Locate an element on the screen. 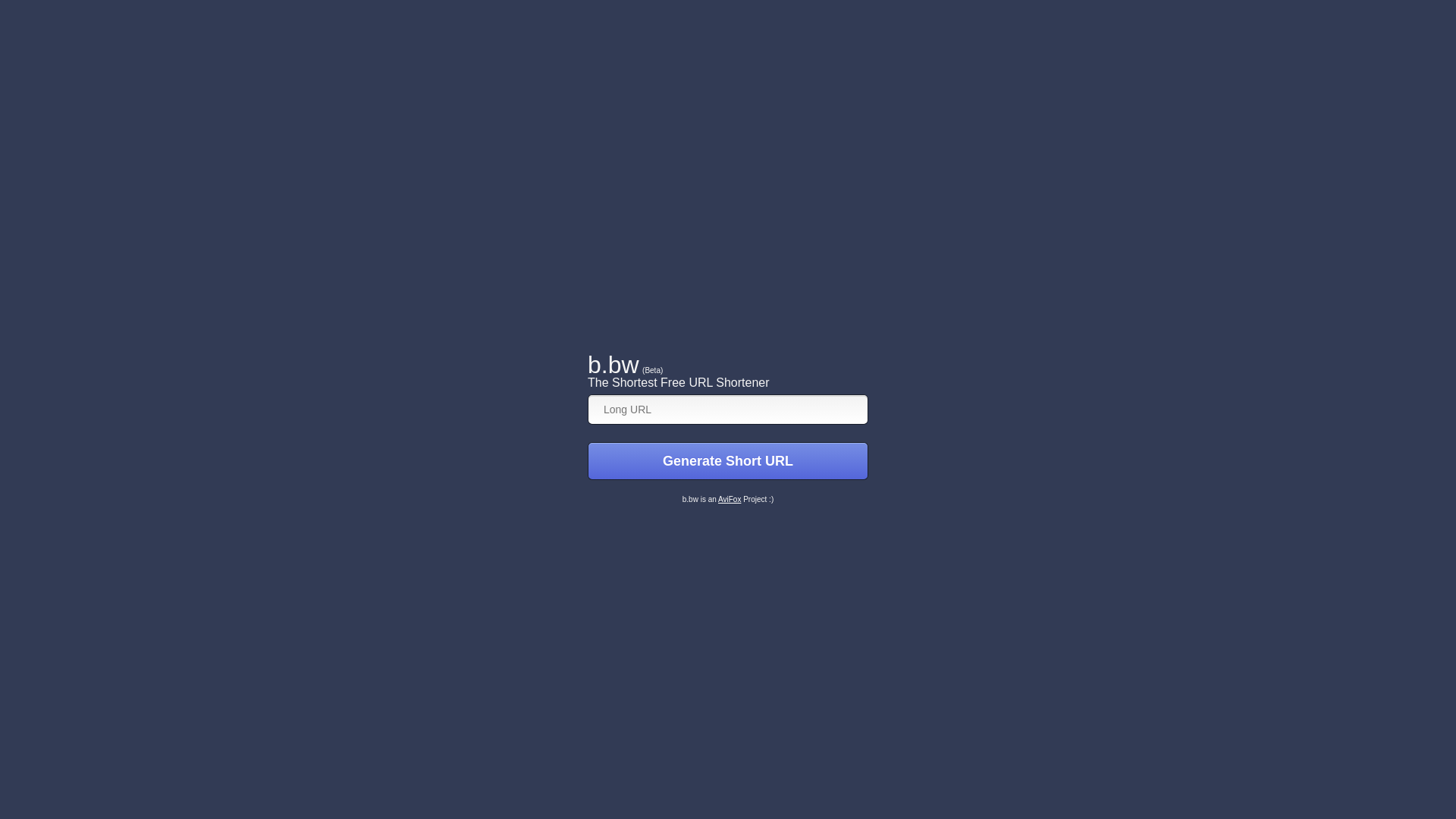 This screenshot has width=1456, height=819. 'AviFox' is located at coordinates (729, 499).